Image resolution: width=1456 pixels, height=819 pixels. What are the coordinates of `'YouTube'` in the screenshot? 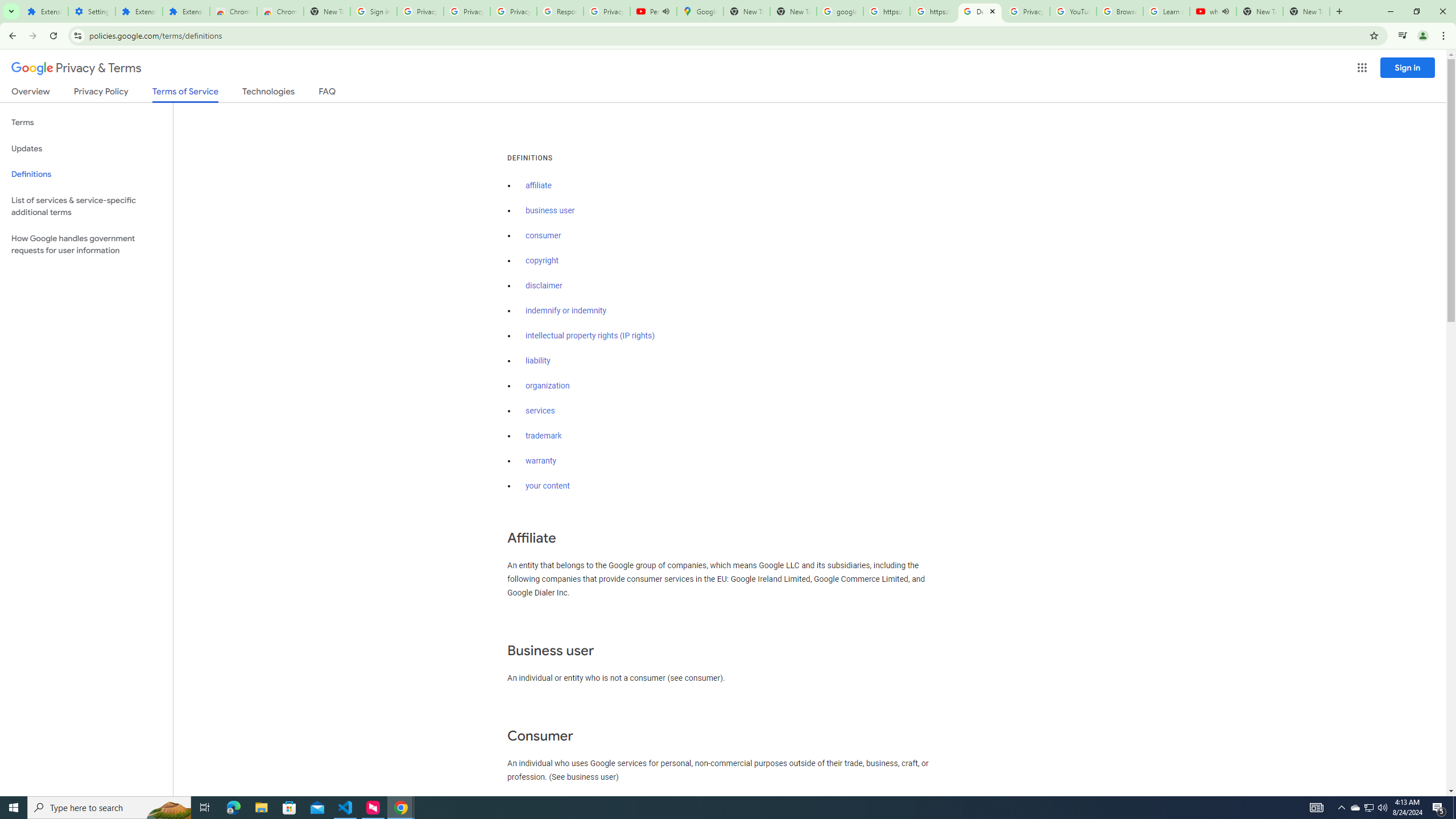 It's located at (1073, 11).